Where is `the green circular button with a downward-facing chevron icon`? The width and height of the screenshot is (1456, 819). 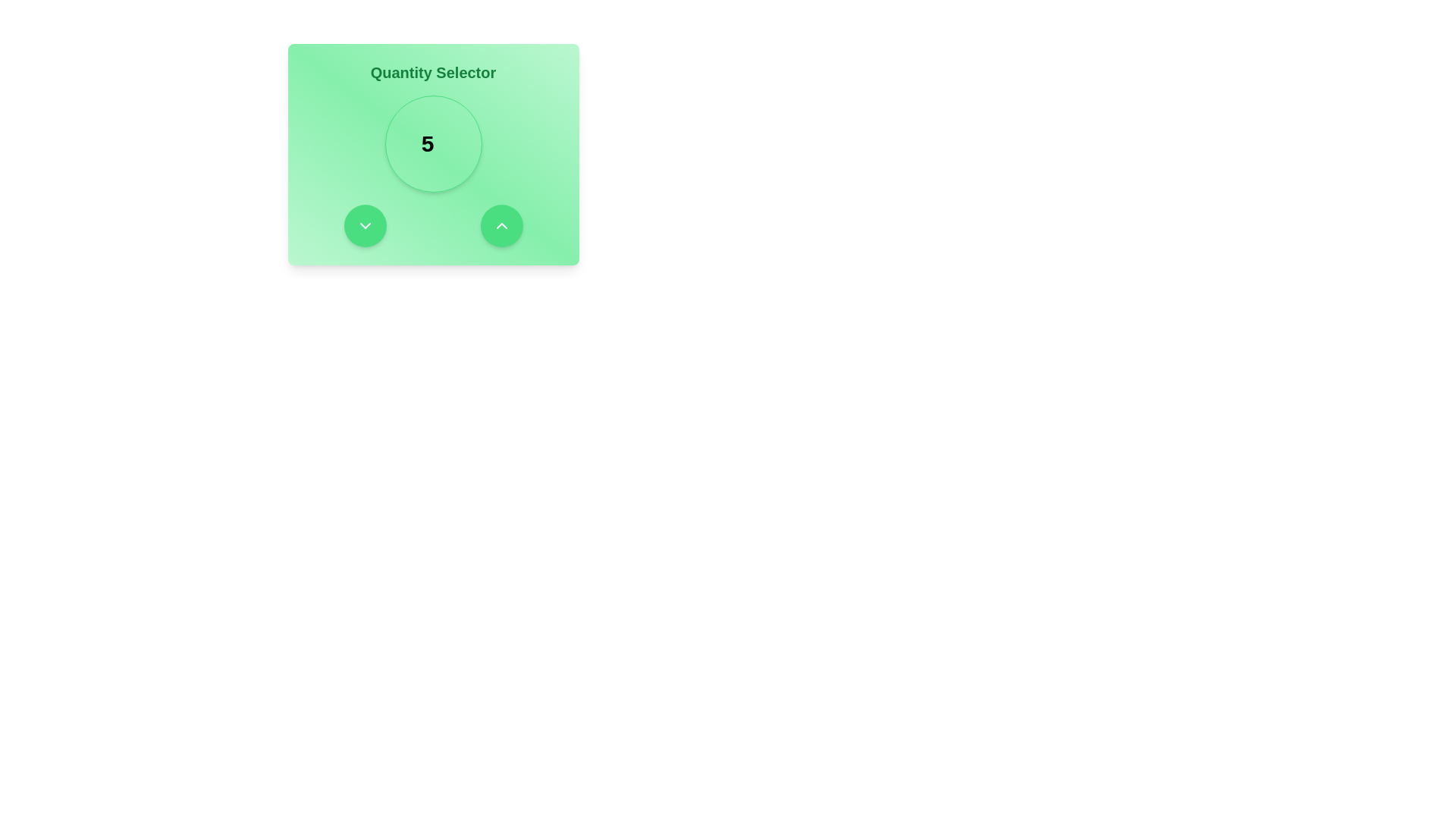 the green circular button with a downward-facing chevron icon is located at coordinates (365, 225).